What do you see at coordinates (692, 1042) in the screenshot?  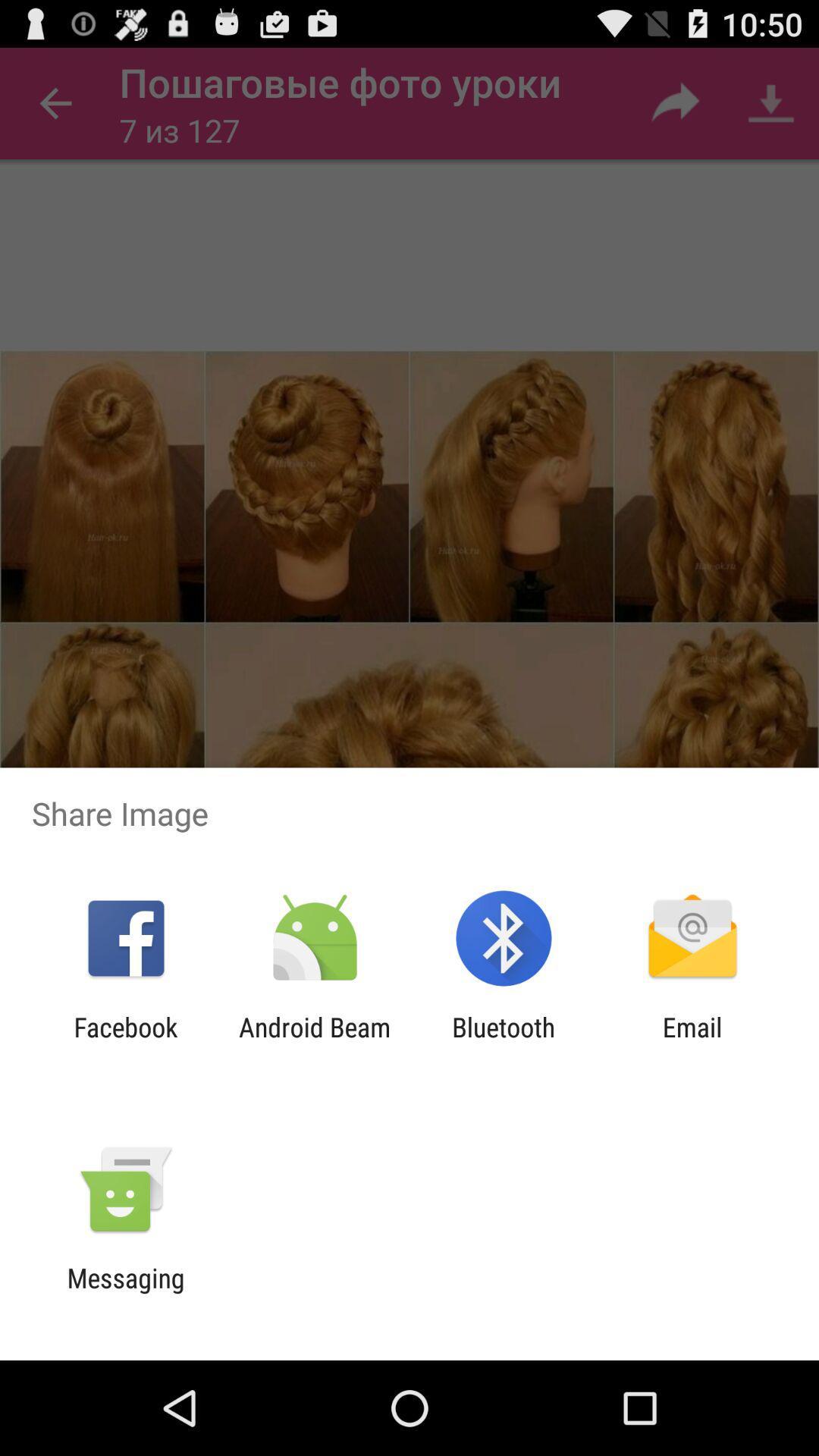 I see `item to the right of bluetooth item` at bounding box center [692, 1042].